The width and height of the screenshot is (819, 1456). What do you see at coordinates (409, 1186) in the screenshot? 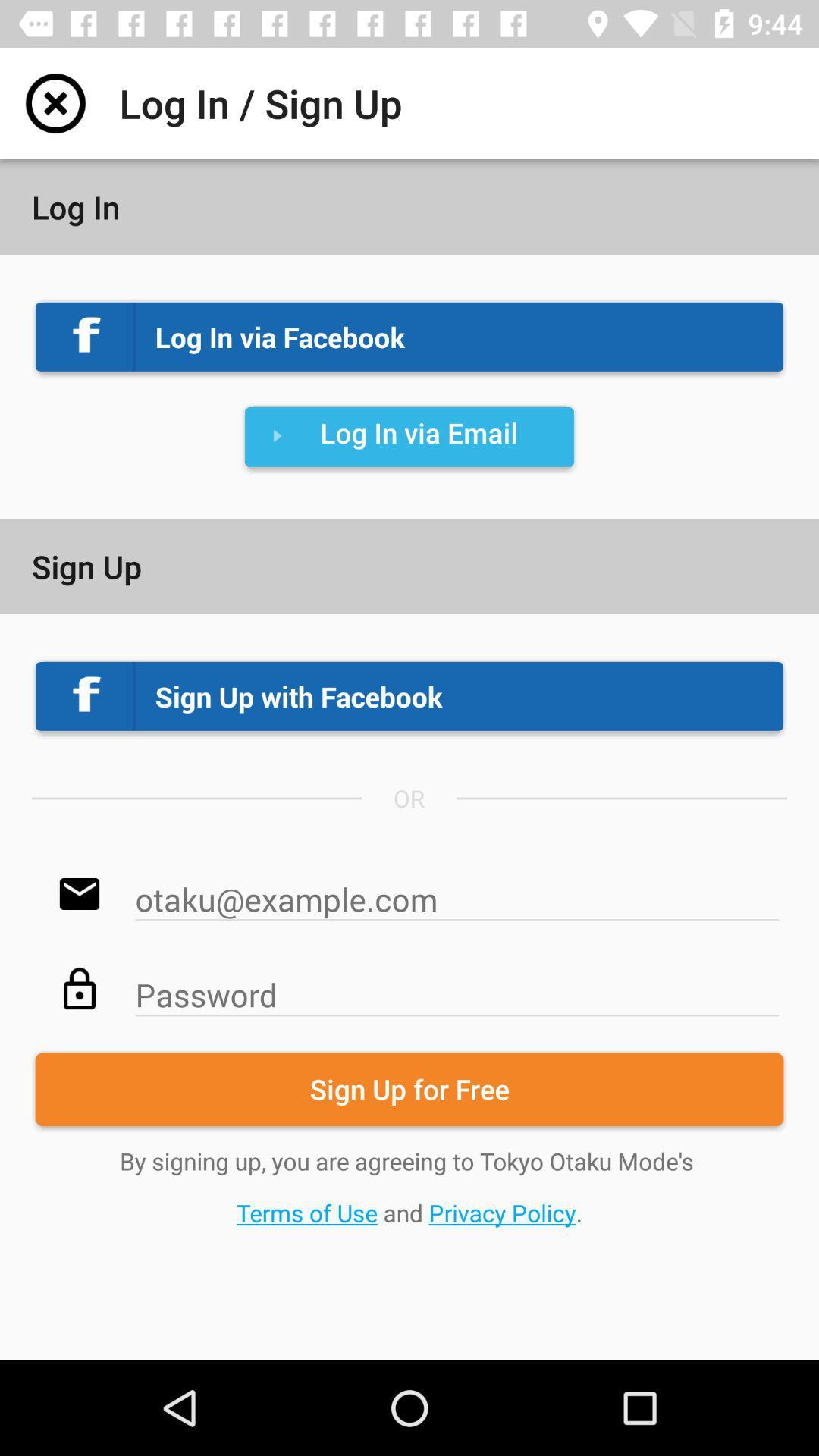
I see `by signing up` at bounding box center [409, 1186].